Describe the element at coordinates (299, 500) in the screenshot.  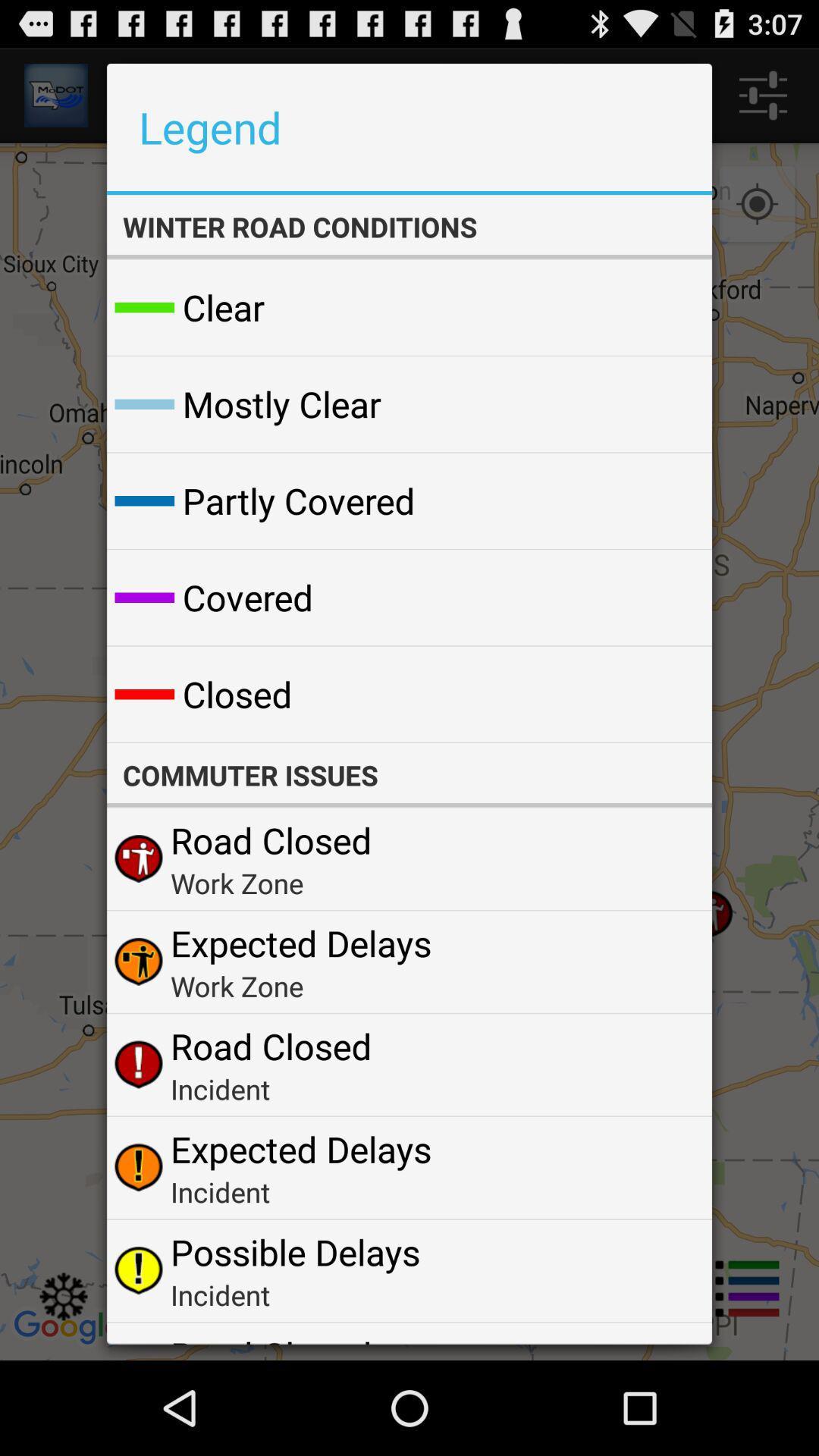
I see `app below mostly clear icon` at that location.